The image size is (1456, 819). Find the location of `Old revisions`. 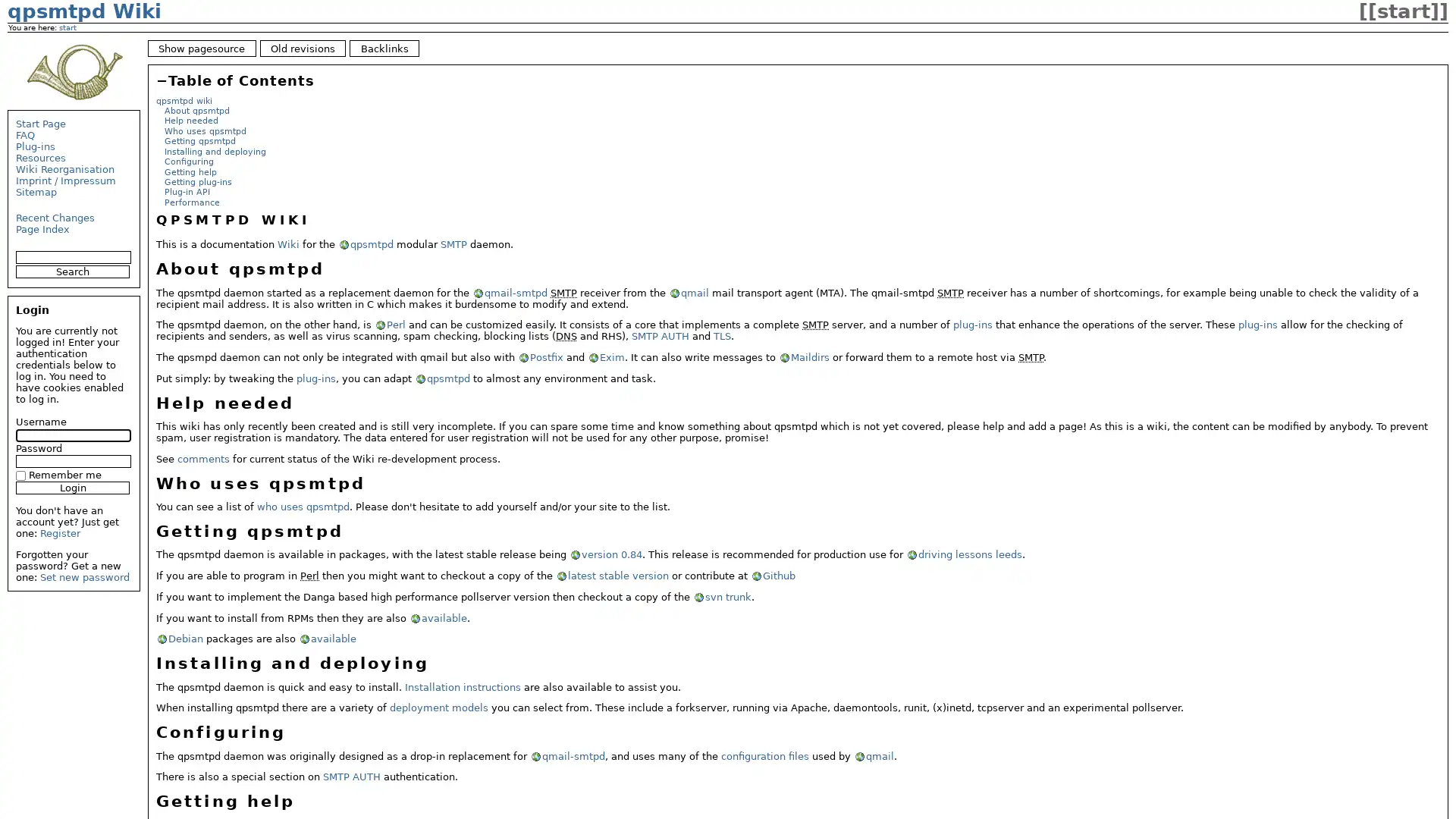

Old revisions is located at coordinates (302, 48).